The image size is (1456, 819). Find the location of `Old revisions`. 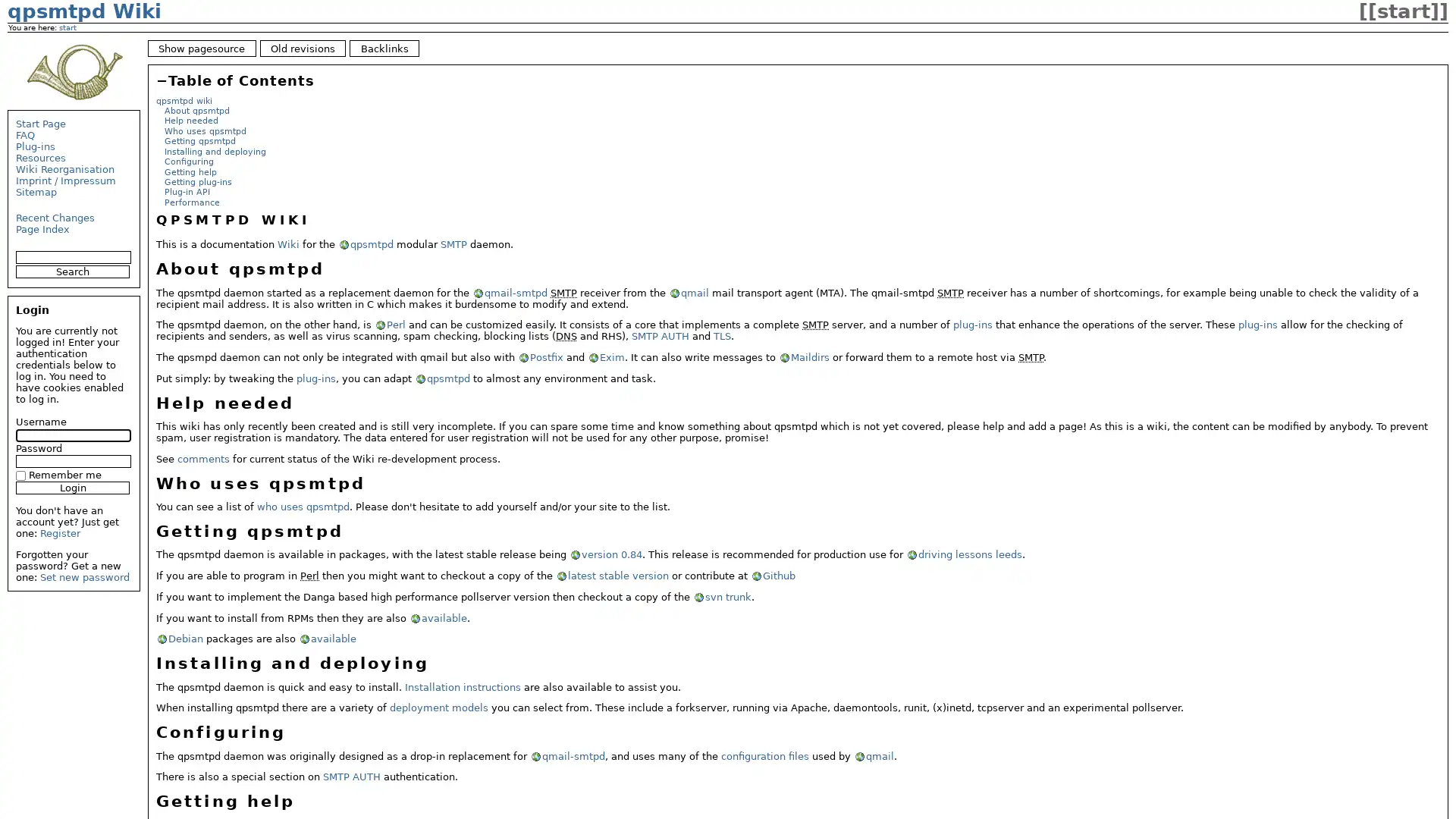

Old revisions is located at coordinates (302, 48).